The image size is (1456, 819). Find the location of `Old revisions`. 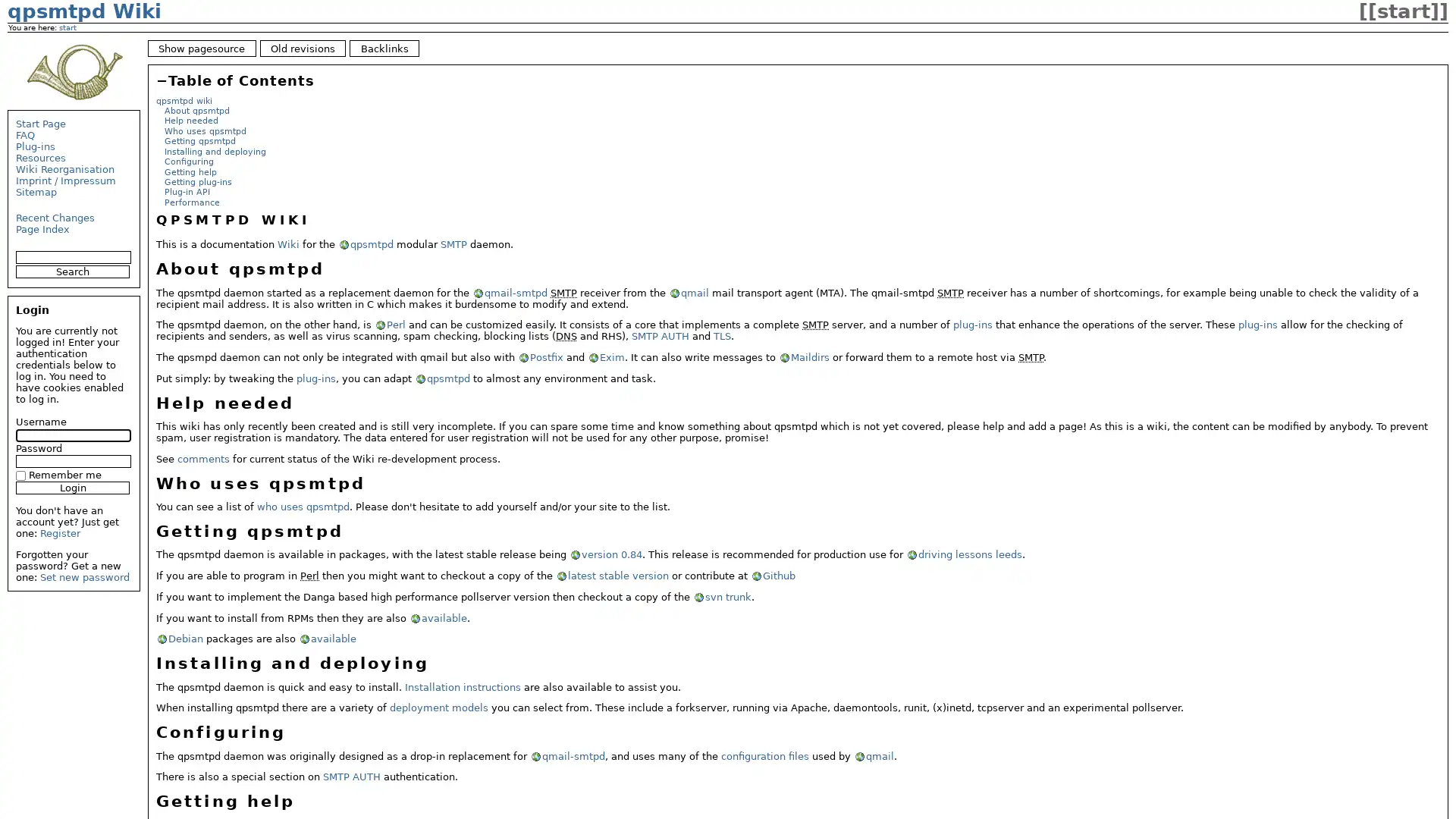

Old revisions is located at coordinates (302, 48).